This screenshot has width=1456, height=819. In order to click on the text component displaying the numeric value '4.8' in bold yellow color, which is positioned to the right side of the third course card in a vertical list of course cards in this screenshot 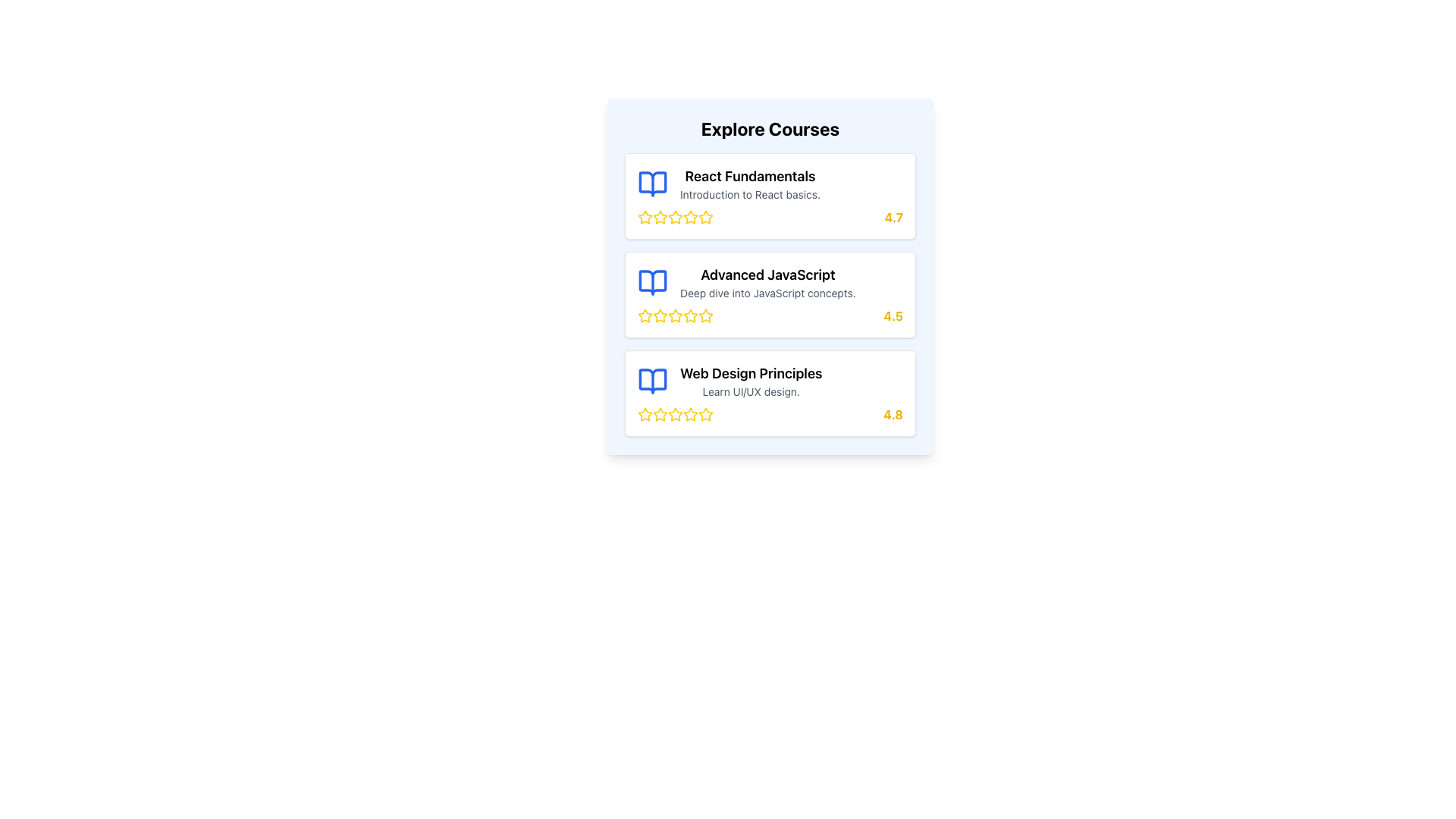, I will do `click(893, 415)`.